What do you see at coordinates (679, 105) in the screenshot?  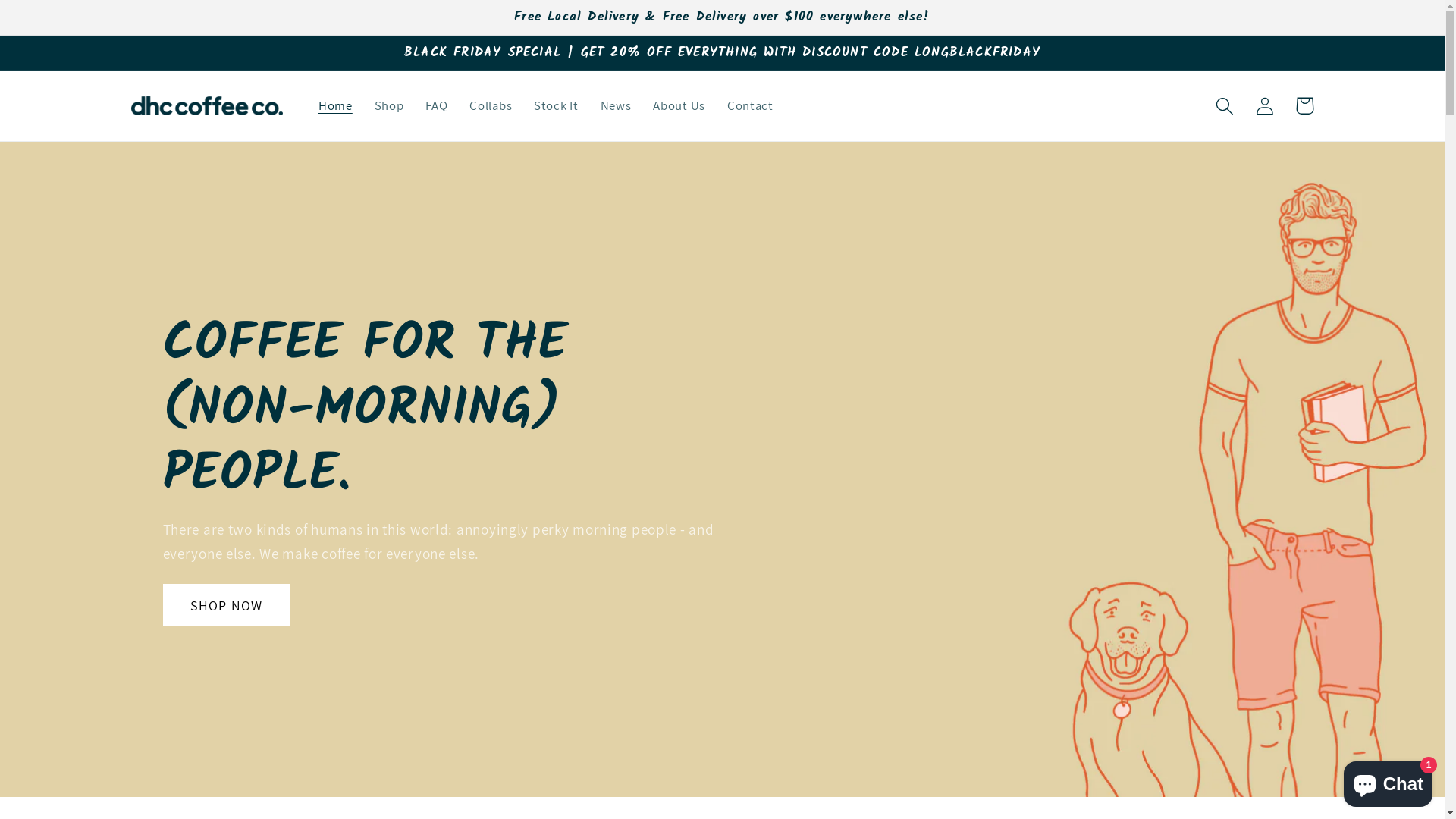 I see `'About Us'` at bounding box center [679, 105].